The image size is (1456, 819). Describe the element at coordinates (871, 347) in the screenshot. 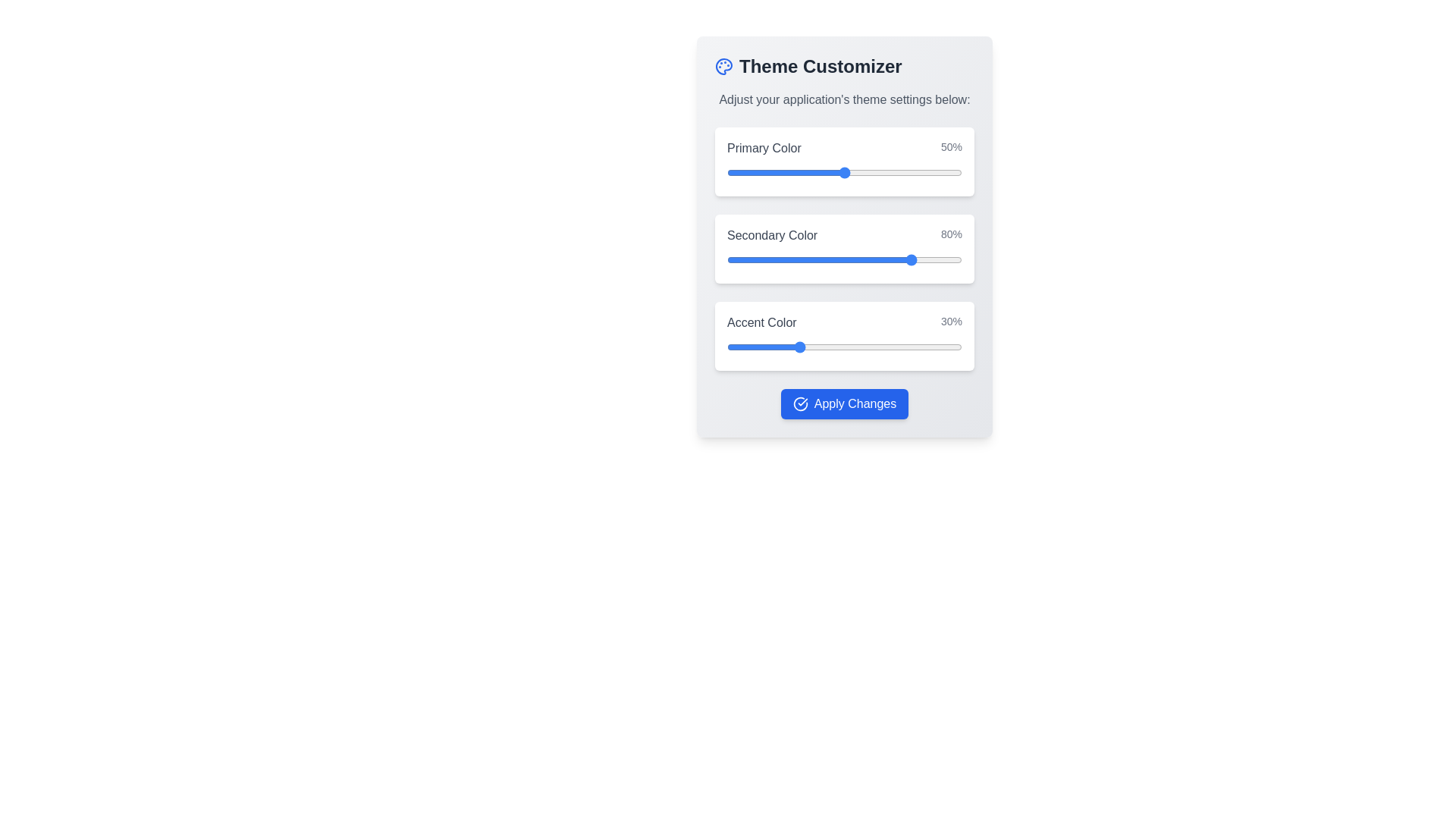

I see `the accent color percentage` at that location.